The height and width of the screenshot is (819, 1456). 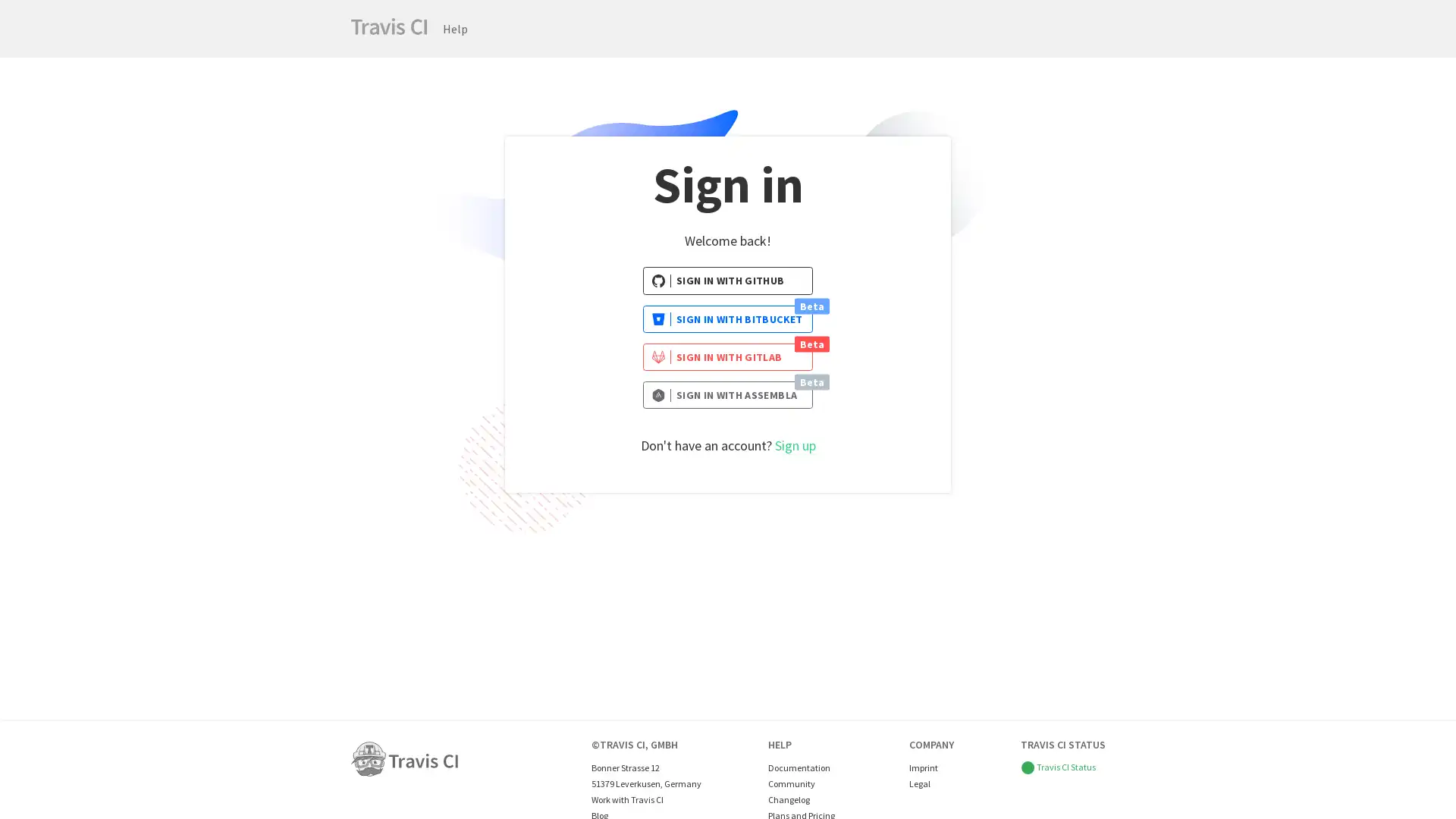 What do you see at coordinates (728, 318) in the screenshot?
I see `SIGN IN WITH BITBUCKET Beta` at bounding box center [728, 318].